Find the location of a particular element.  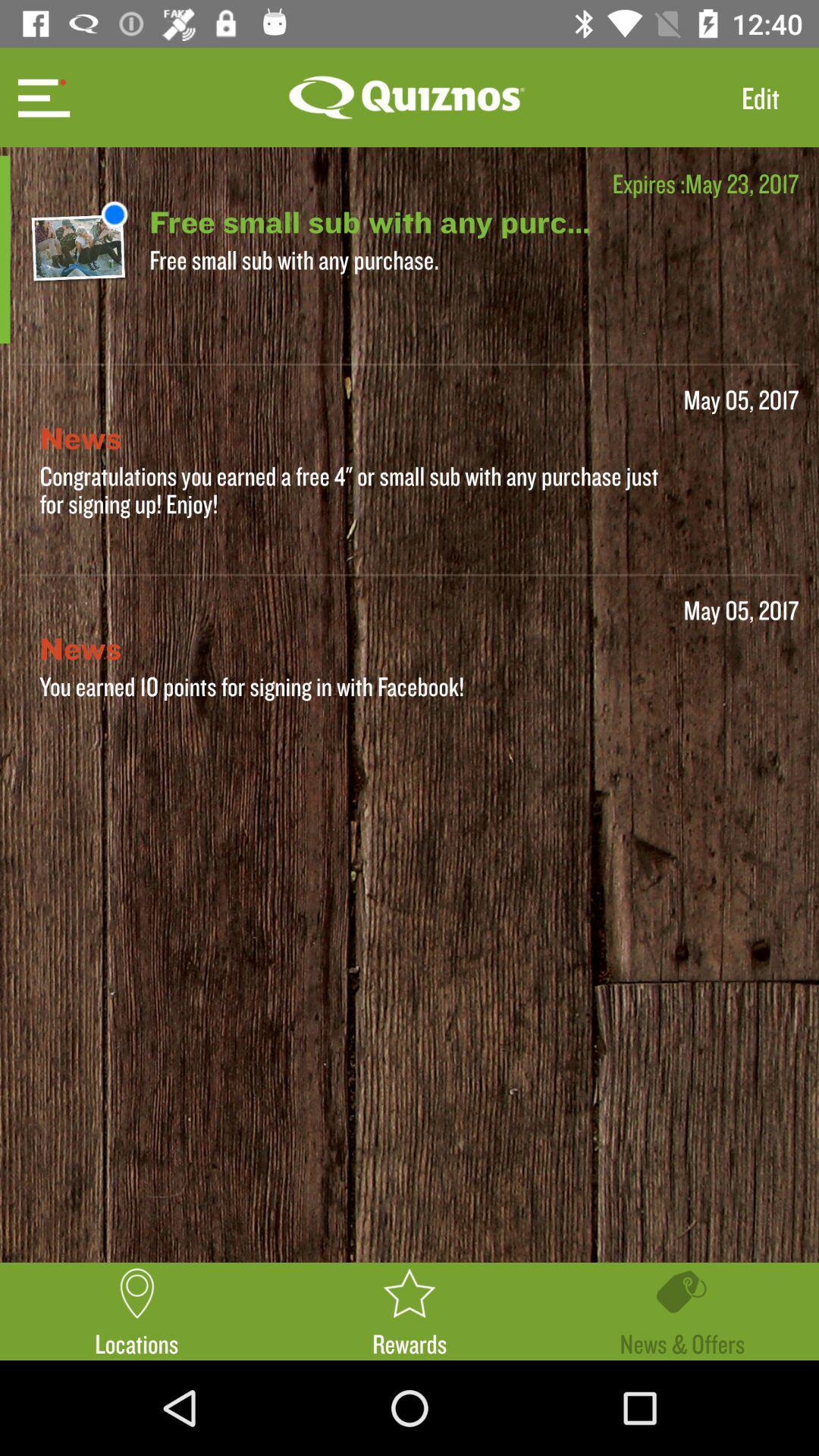

menu paga is located at coordinates (41, 96).